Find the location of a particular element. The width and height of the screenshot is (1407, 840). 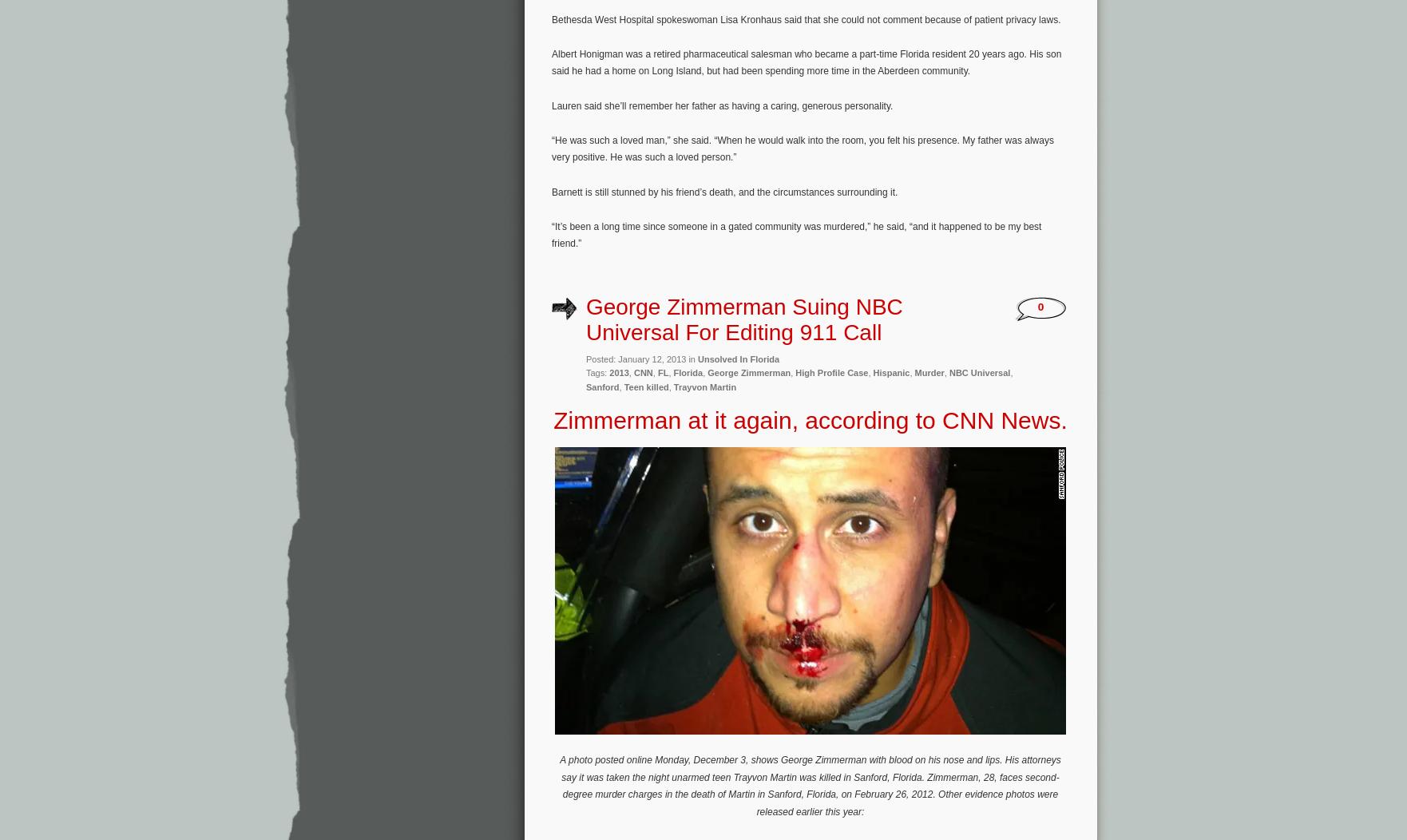

'Barnett is still stunned by his friend’s death, and the circumstances surrounding it.' is located at coordinates (551, 190).